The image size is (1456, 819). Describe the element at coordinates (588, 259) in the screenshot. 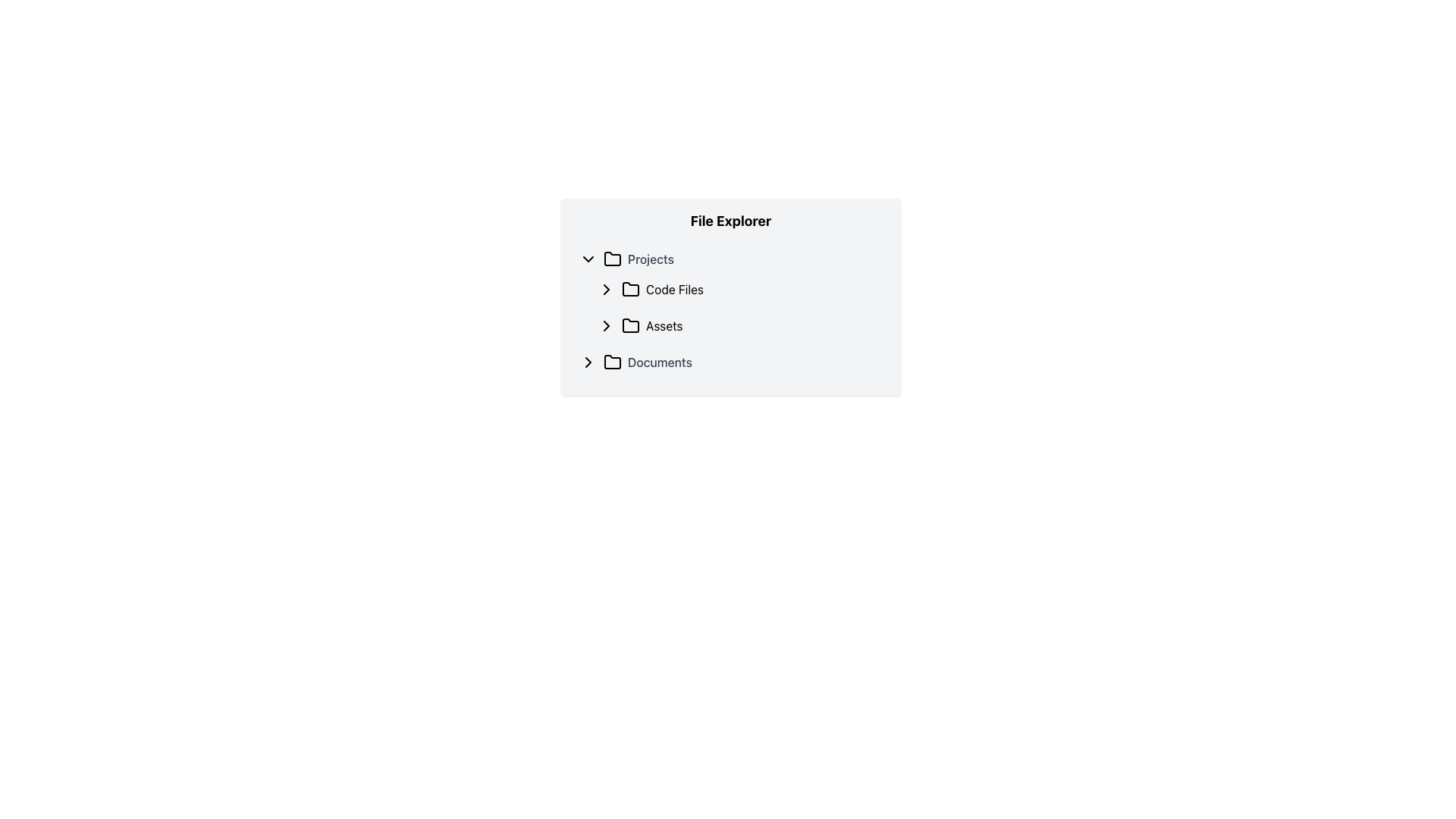

I see `the downward-facing chevron icon next to the 'Projects' folder` at that location.